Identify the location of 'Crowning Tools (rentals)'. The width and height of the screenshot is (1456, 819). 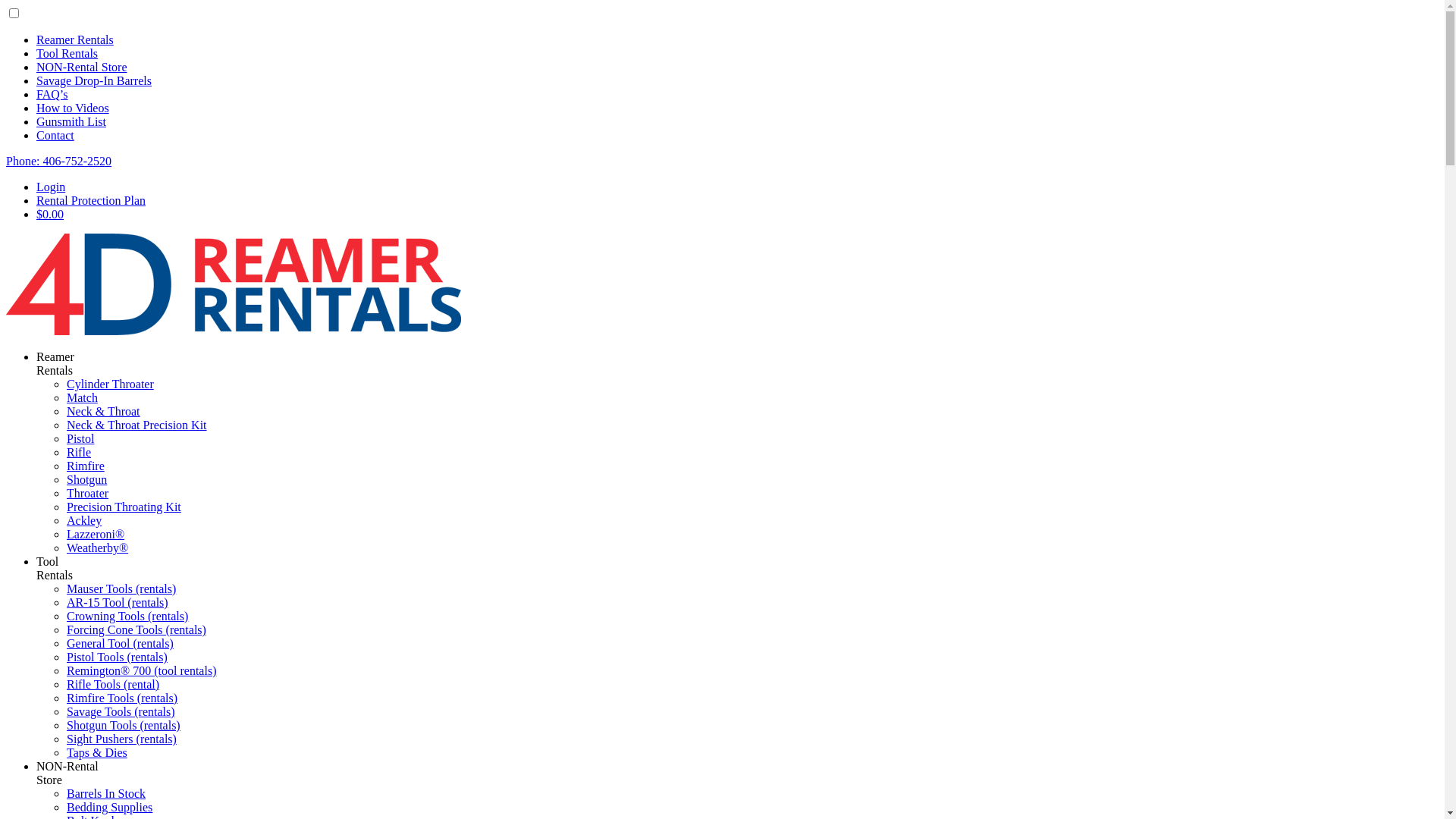
(127, 616).